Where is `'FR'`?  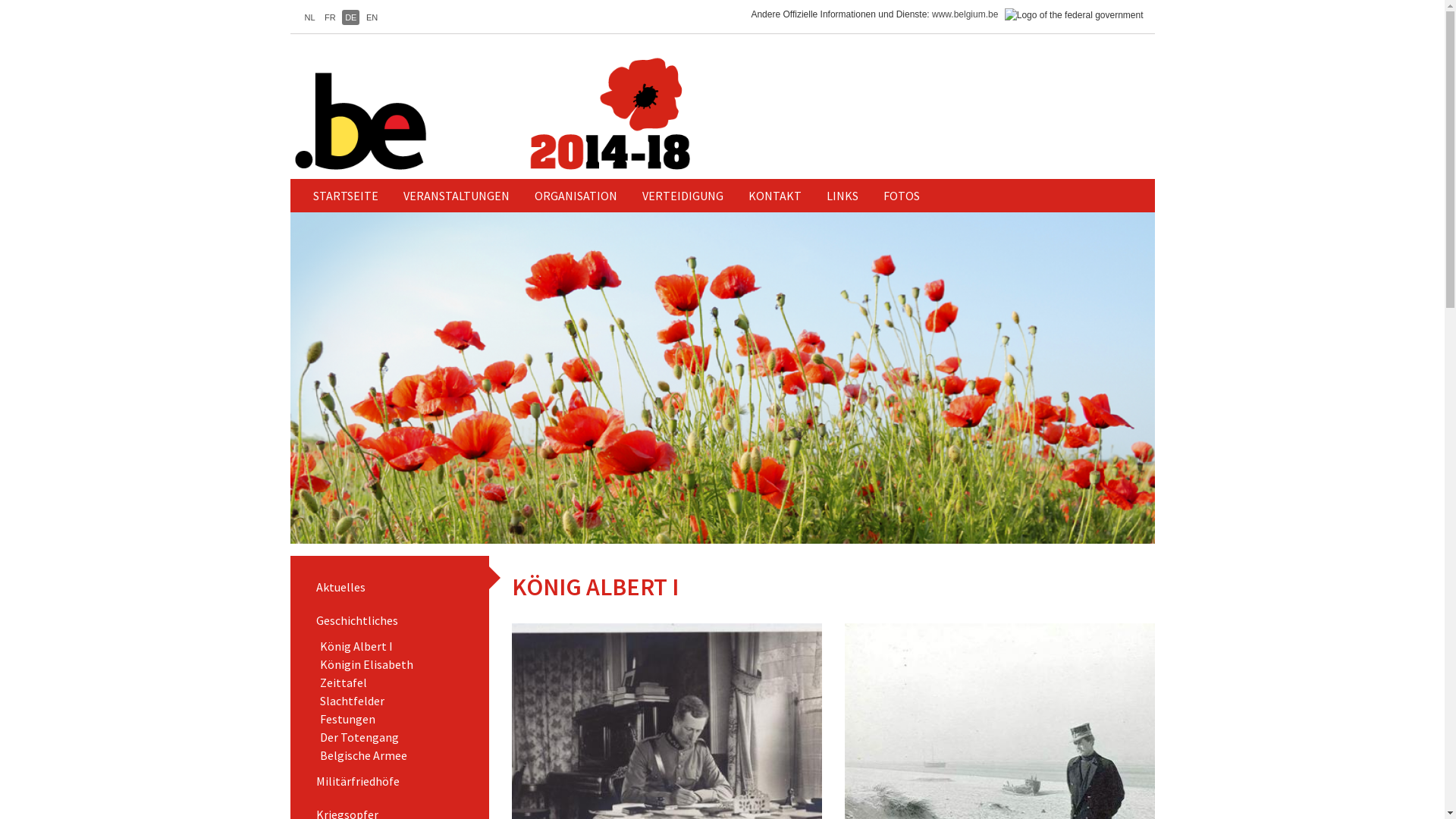
'FR' is located at coordinates (329, 17).